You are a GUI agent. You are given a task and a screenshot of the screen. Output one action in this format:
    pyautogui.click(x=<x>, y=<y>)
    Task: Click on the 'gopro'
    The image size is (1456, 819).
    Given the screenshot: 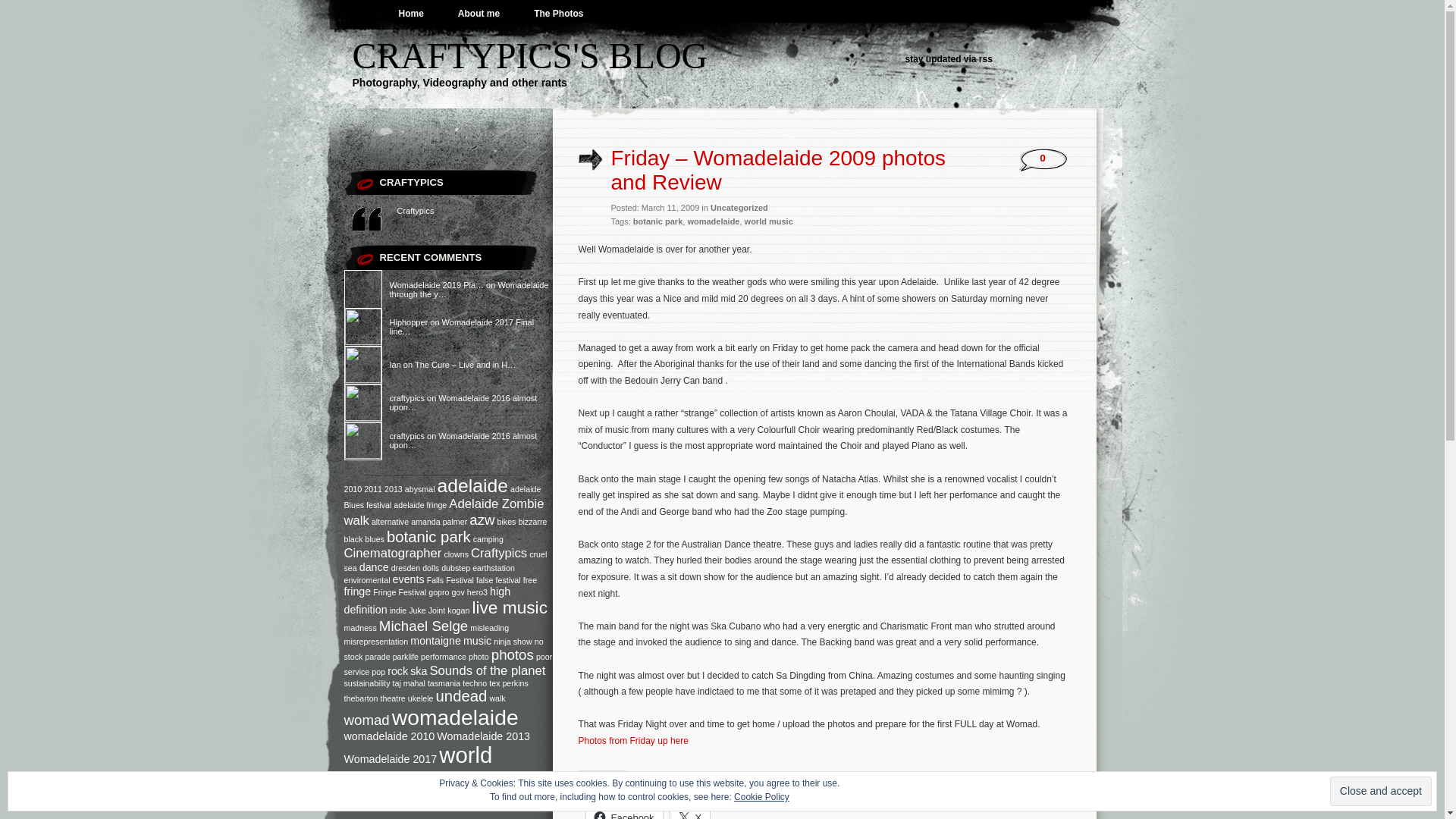 What is the action you would take?
    pyautogui.click(x=438, y=591)
    